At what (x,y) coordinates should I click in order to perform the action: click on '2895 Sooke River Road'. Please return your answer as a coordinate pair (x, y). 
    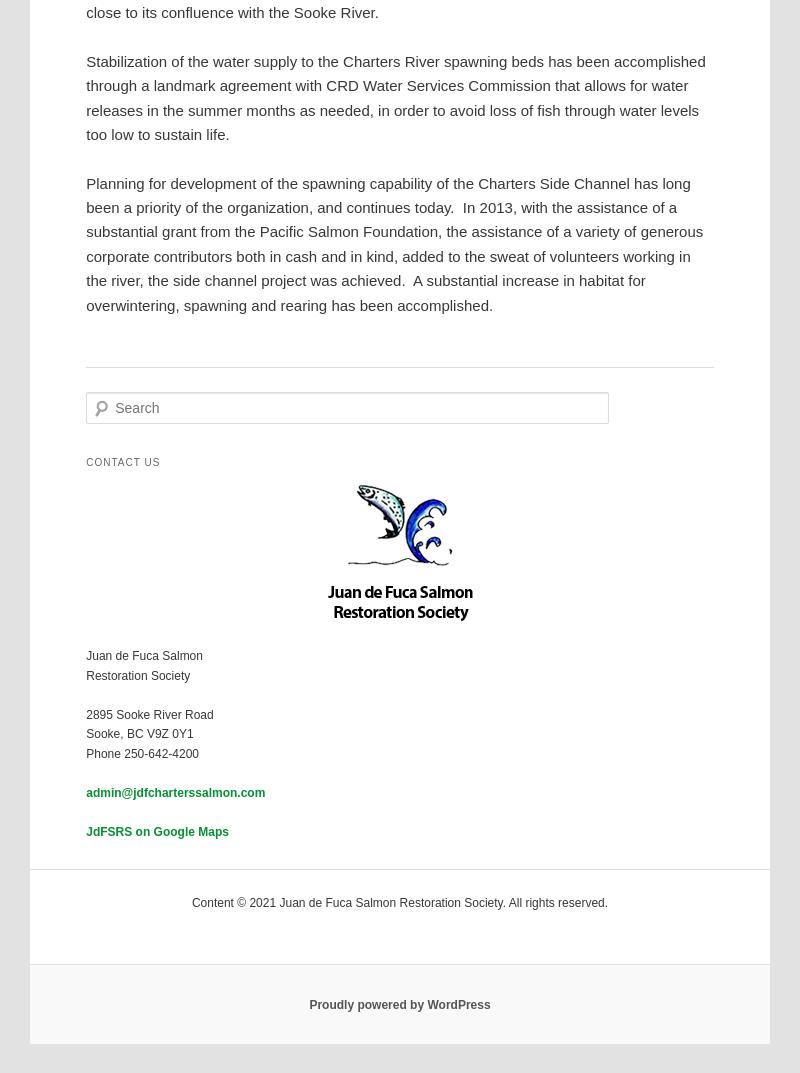
    Looking at the image, I should click on (149, 713).